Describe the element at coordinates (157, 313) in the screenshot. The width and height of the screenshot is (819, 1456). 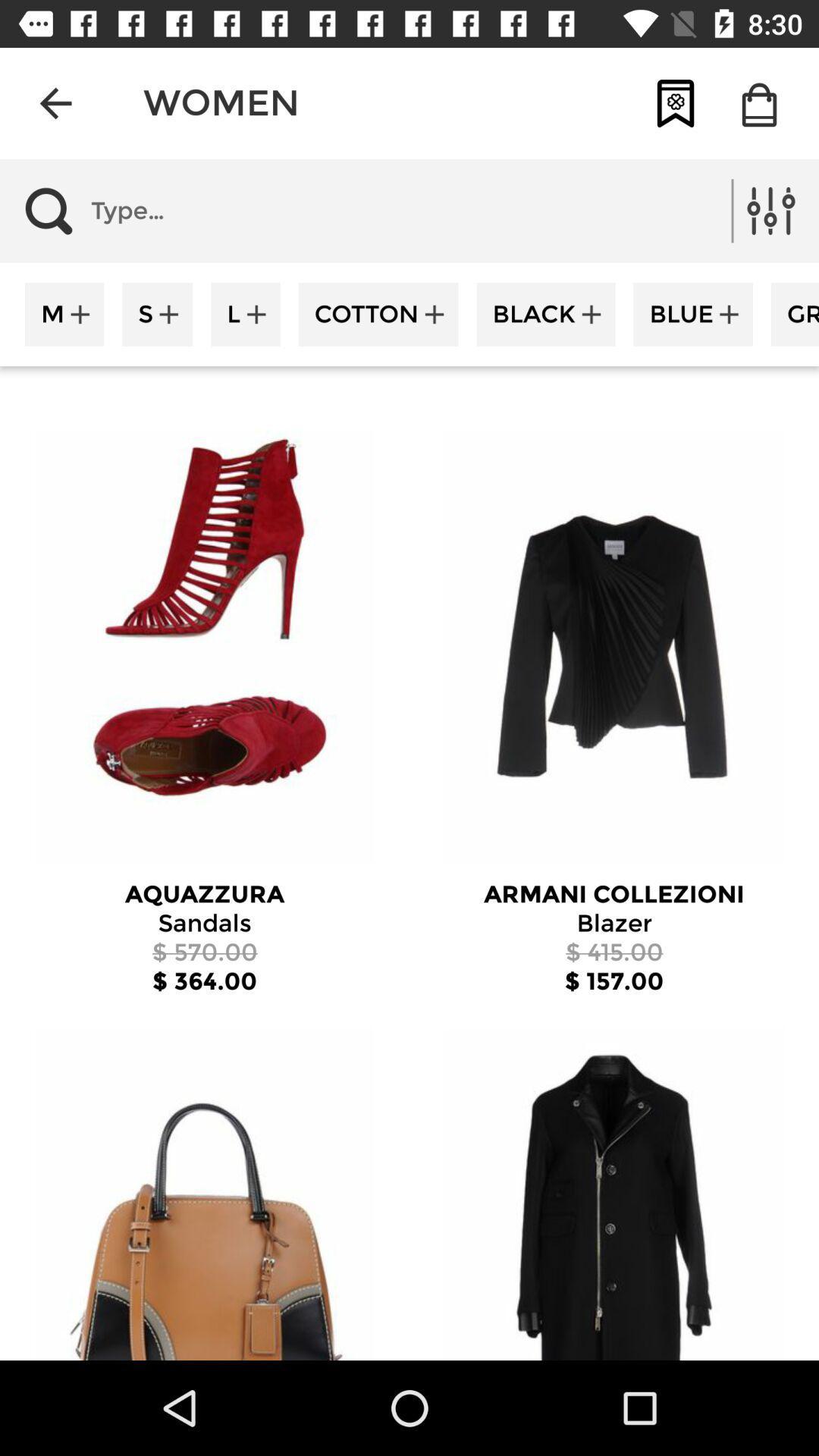
I see `the item next to the m icon` at that location.